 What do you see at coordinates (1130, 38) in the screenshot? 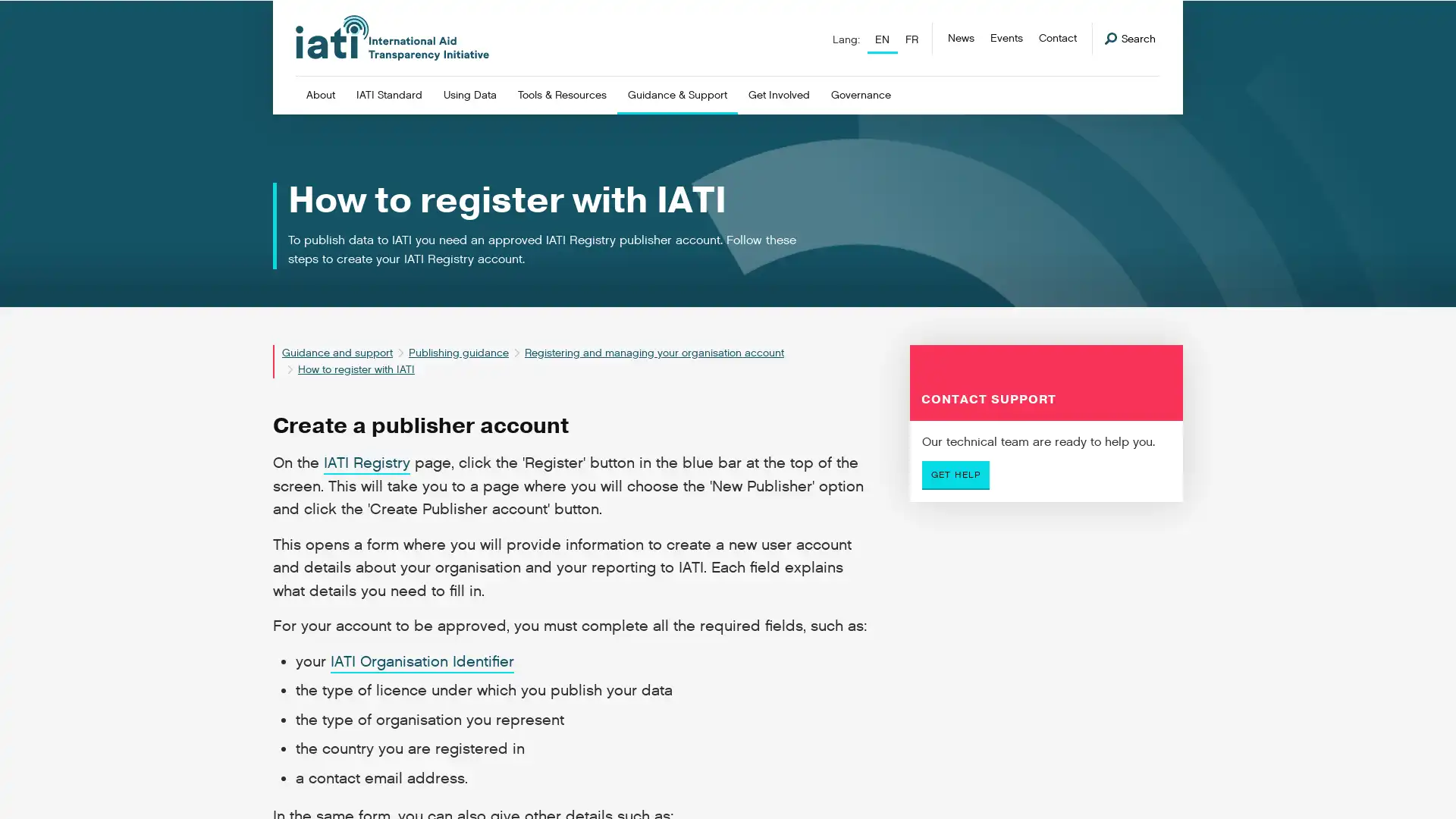
I see `Search` at bounding box center [1130, 38].